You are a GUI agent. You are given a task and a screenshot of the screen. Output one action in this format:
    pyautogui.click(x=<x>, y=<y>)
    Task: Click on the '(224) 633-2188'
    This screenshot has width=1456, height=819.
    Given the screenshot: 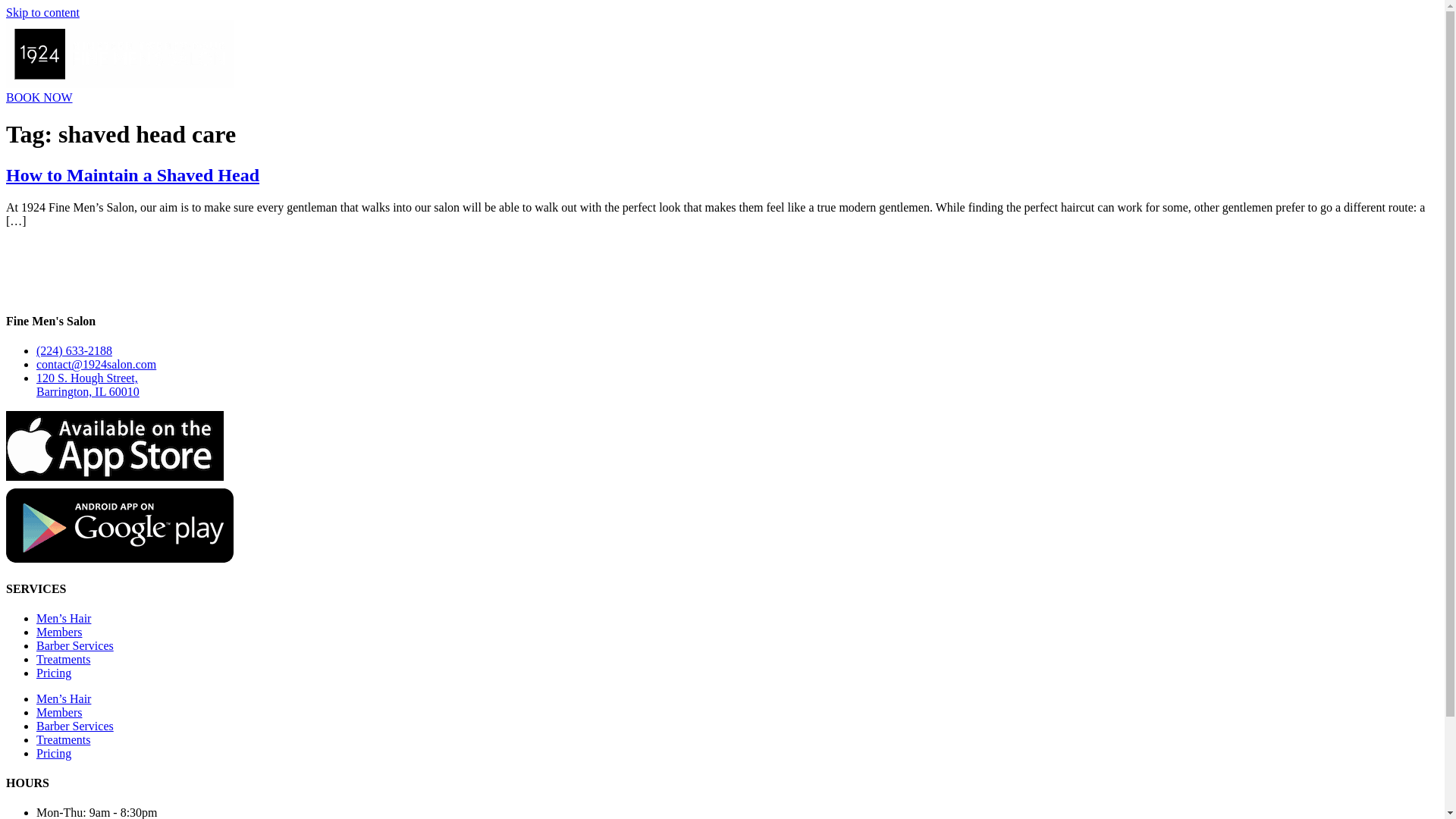 What is the action you would take?
    pyautogui.click(x=73, y=350)
    